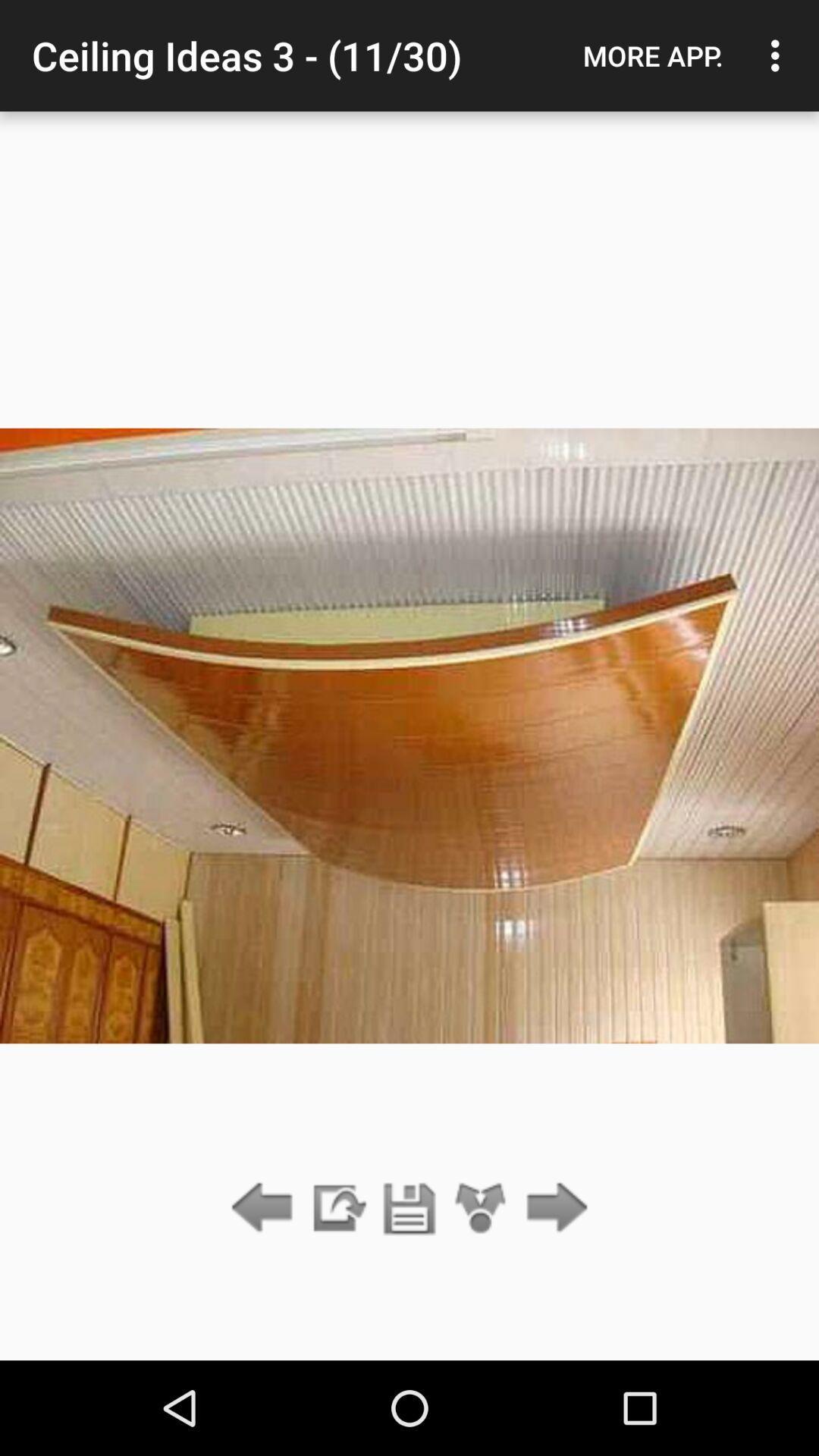  What do you see at coordinates (779, 55) in the screenshot?
I see `the icon next to the more app. icon` at bounding box center [779, 55].